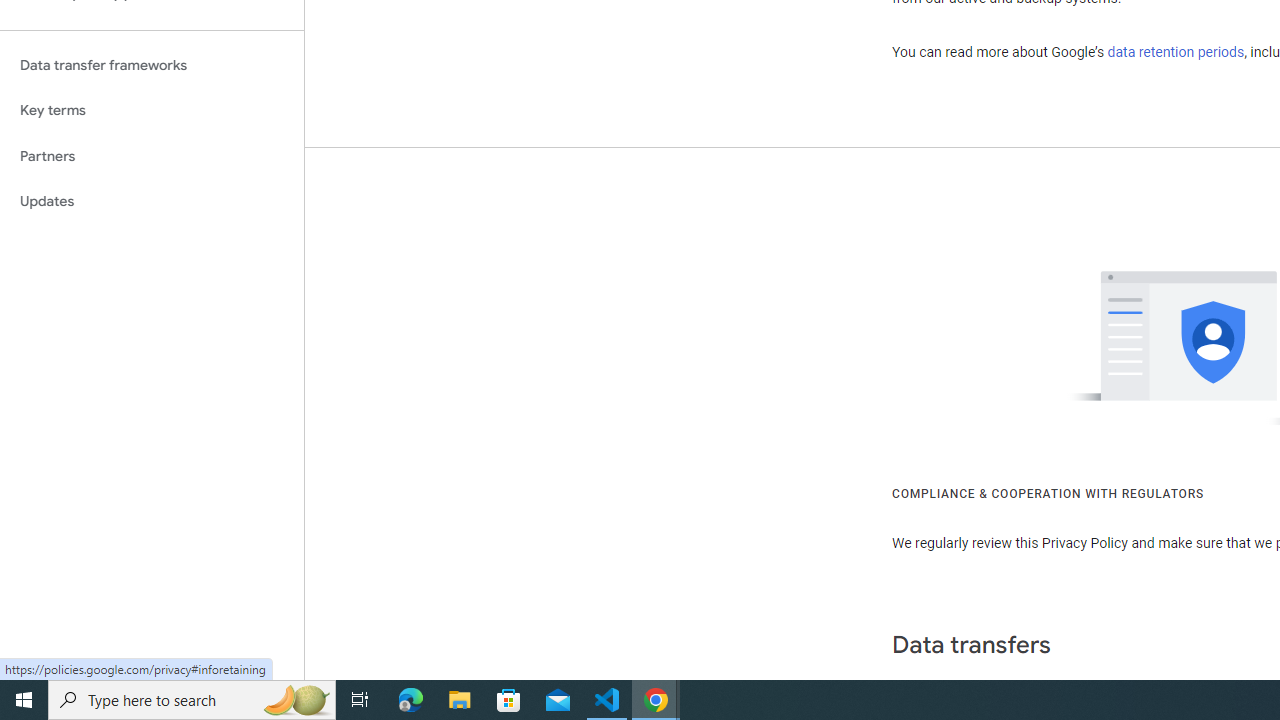 This screenshot has width=1280, height=720. What do you see at coordinates (1176, 51) in the screenshot?
I see `'data retention periods'` at bounding box center [1176, 51].